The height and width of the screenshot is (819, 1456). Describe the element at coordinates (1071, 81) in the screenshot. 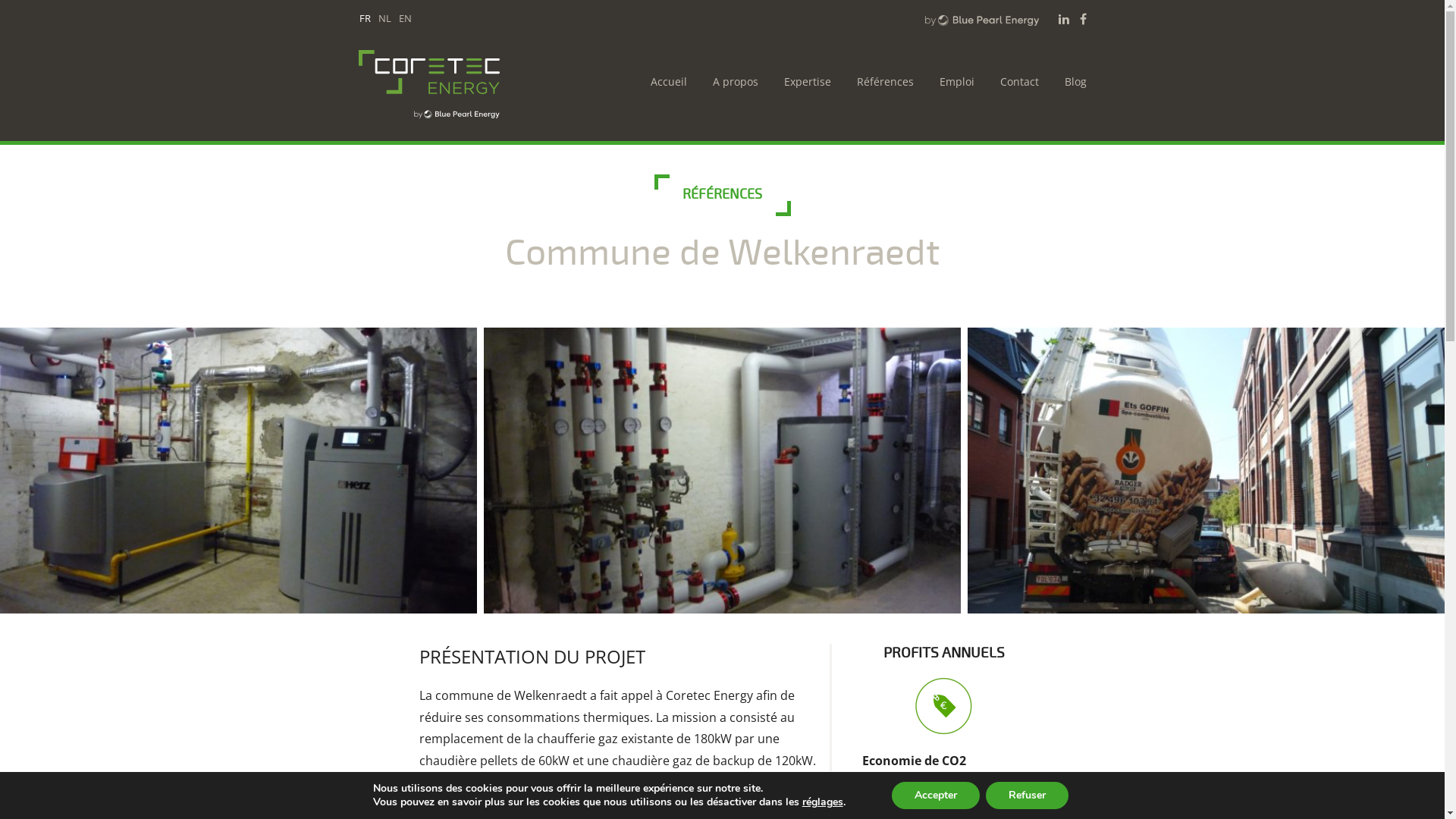

I see `'Blog'` at that location.